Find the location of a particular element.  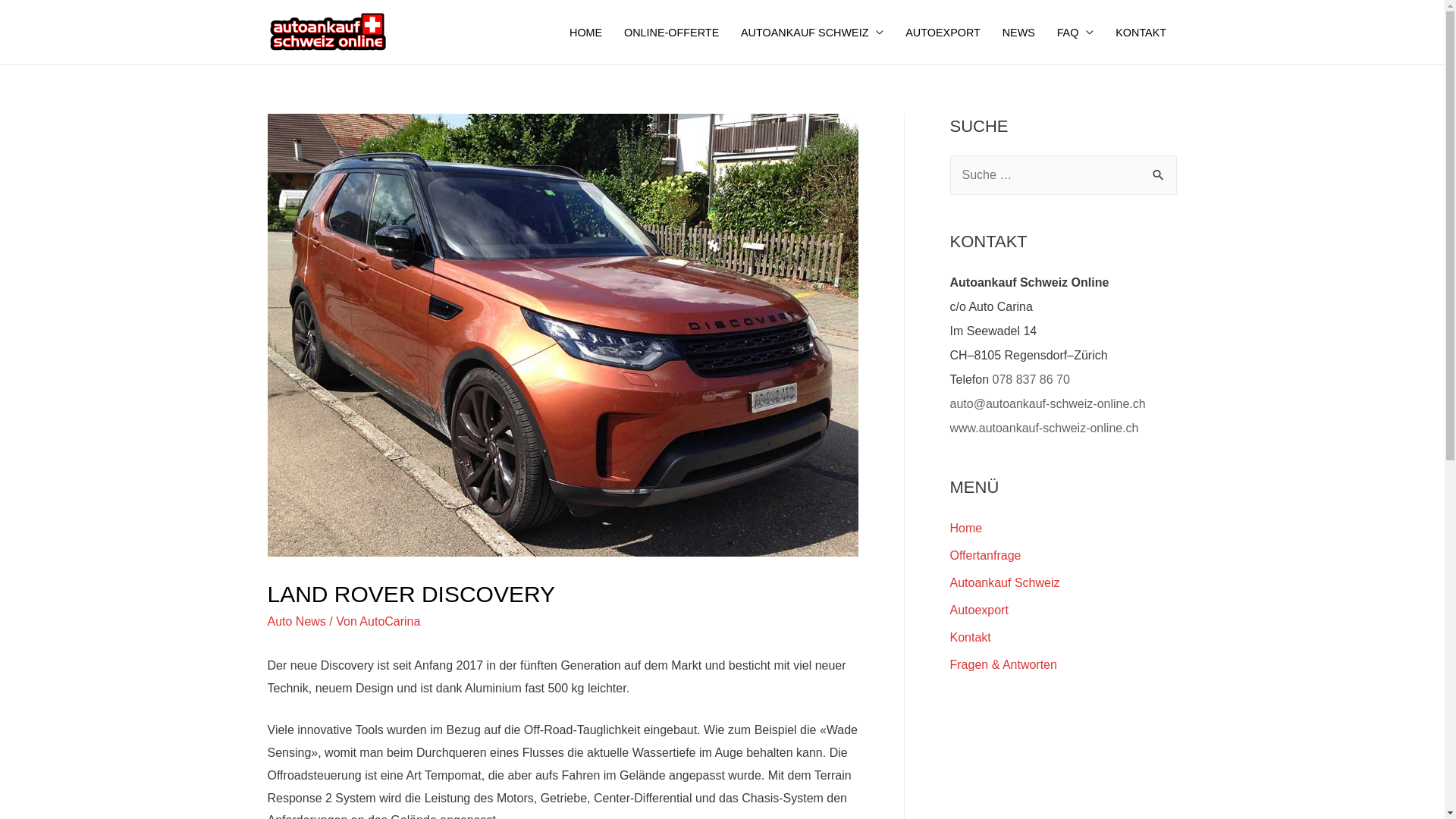

'AUTOEXPORT' is located at coordinates (942, 32).